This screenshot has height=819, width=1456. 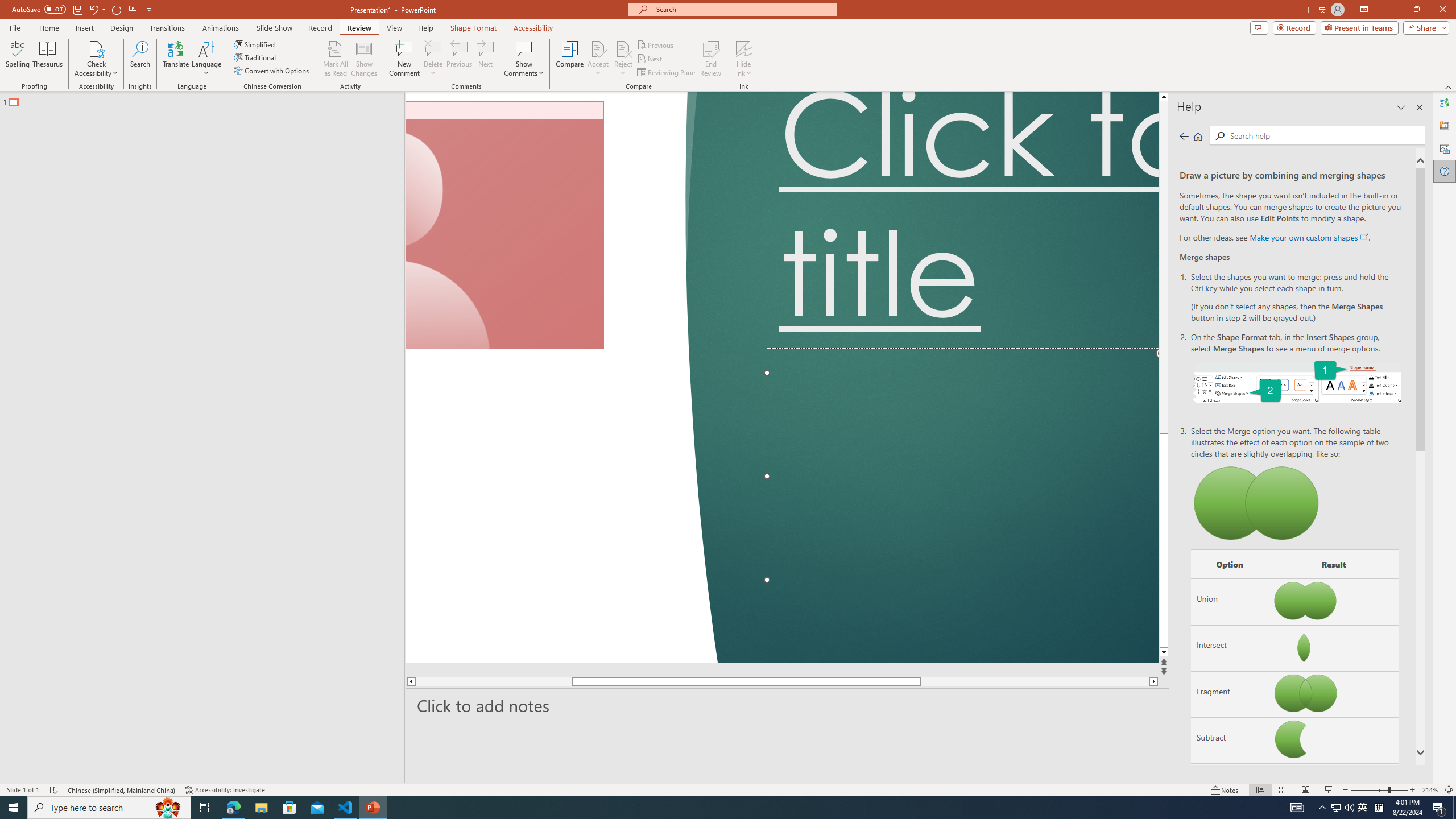 I want to click on 'Subtract', so click(x=1228, y=741).